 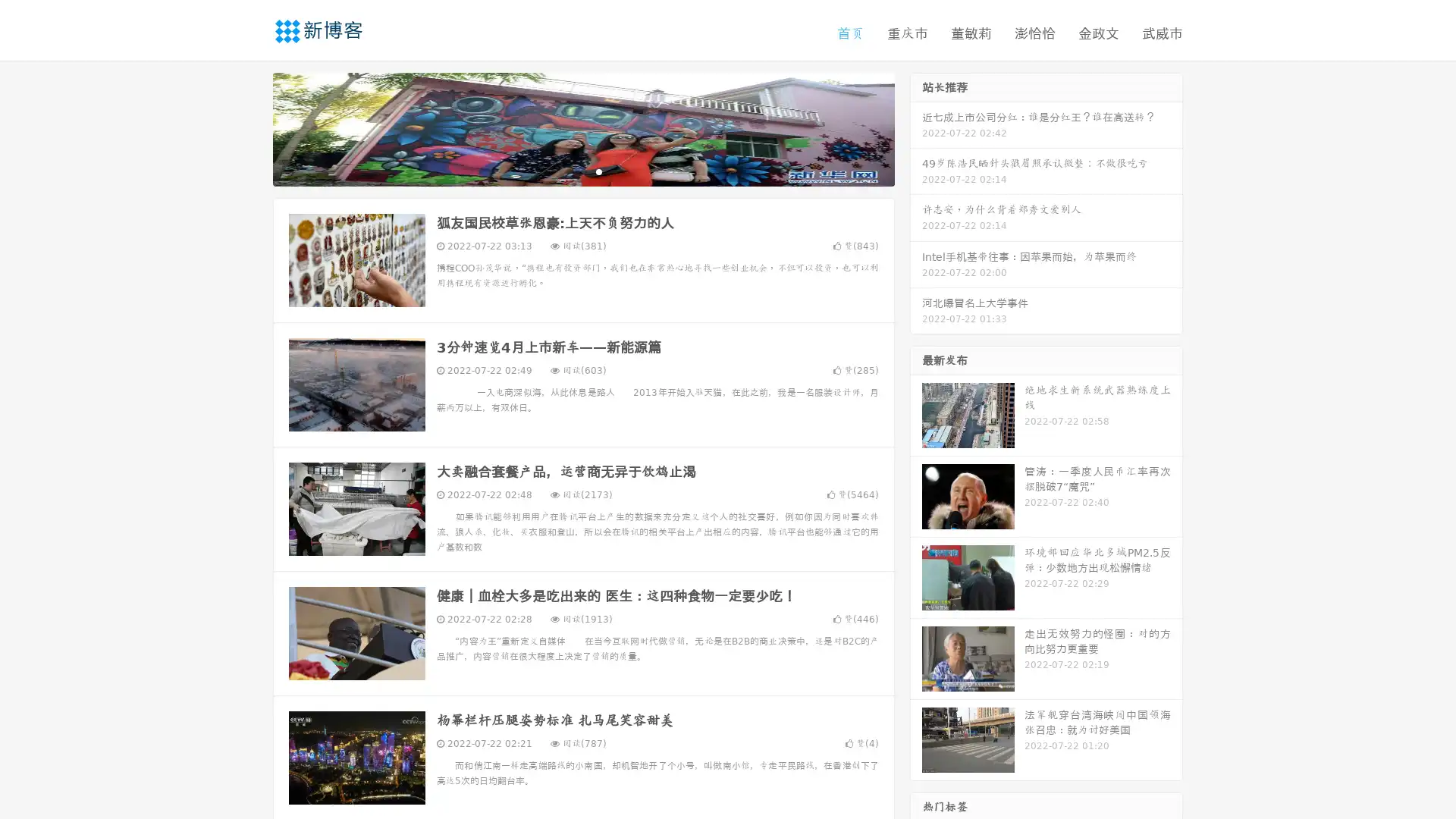 I want to click on Go to slide 3, so click(x=598, y=171).